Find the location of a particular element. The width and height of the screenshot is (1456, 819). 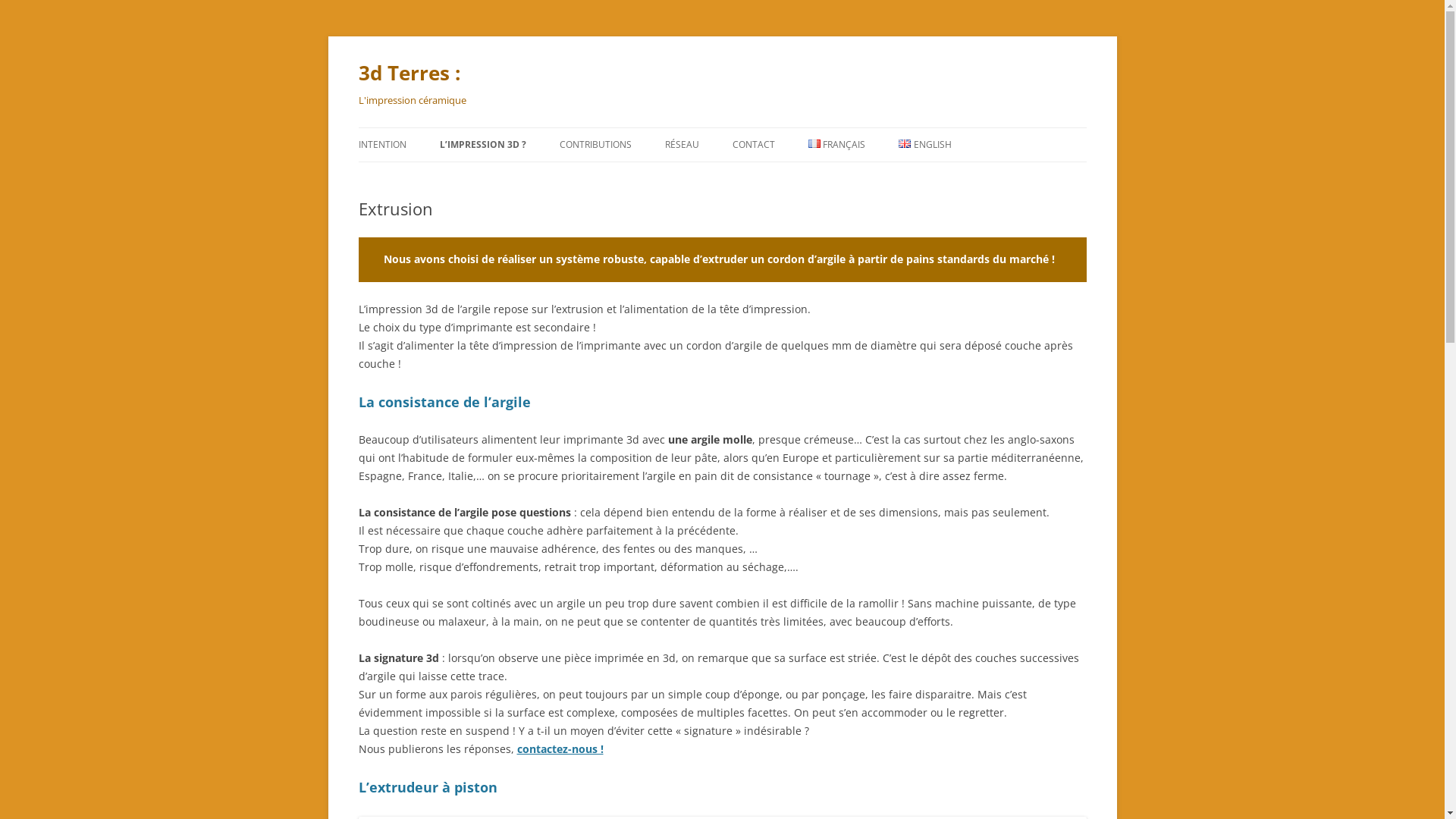

'CONTACT' is located at coordinates (753, 145).